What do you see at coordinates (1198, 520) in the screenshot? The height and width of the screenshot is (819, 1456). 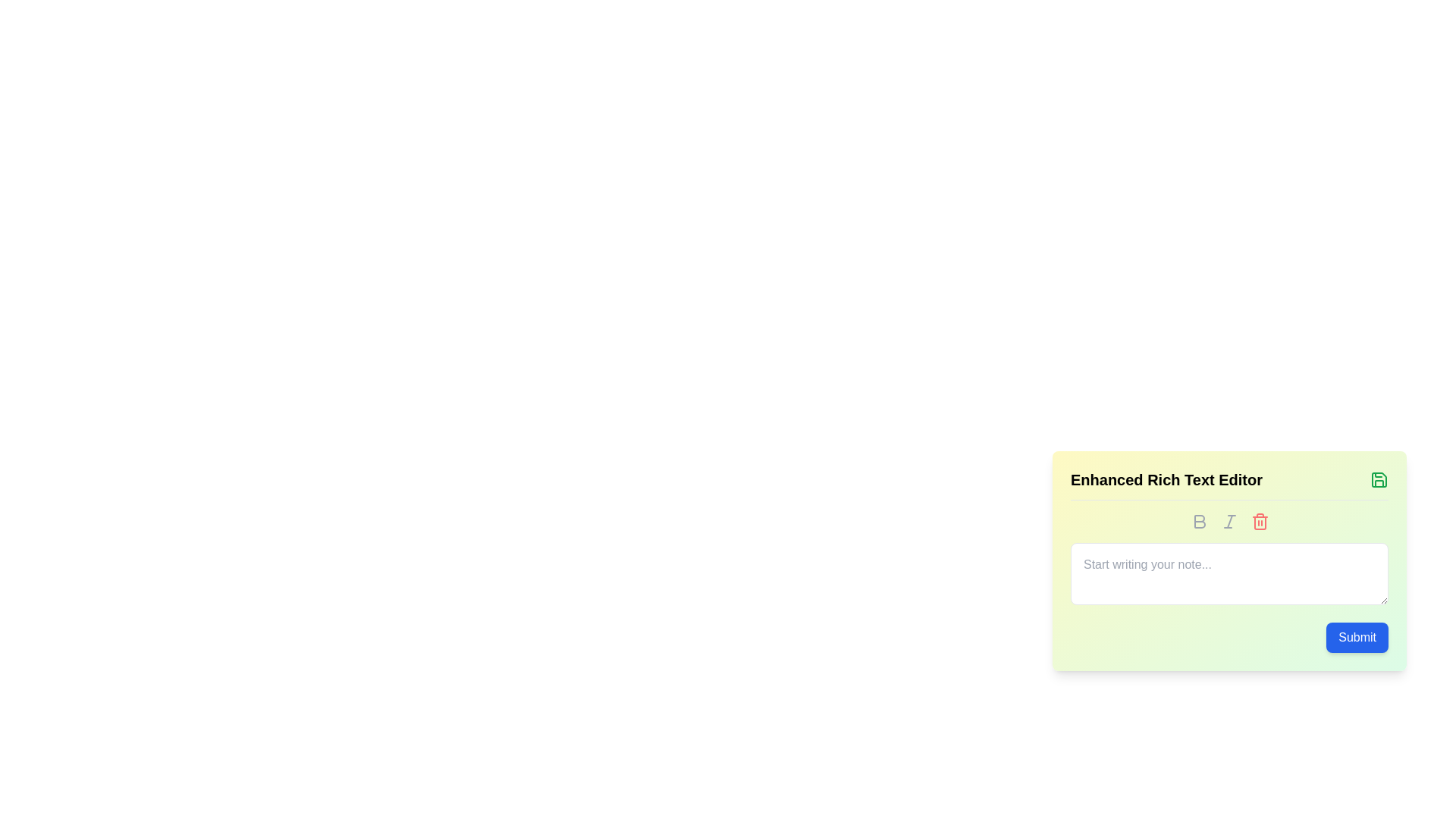 I see `the bold formatting button represented by a stylized 'B' icon in the toolbar of the Enhanced Rich Text Editor` at bounding box center [1198, 520].